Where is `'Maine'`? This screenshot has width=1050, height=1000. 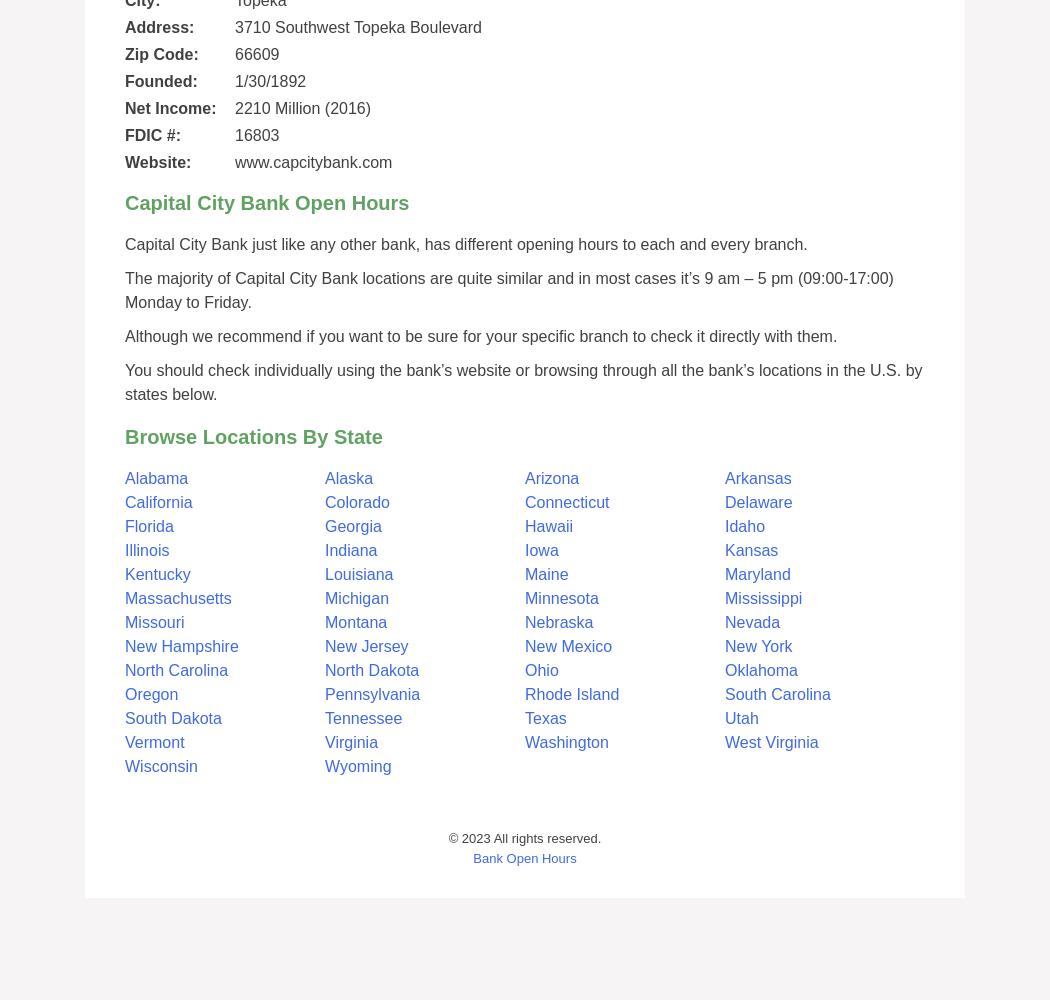 'Maine' is located at coordinates (546, 573).